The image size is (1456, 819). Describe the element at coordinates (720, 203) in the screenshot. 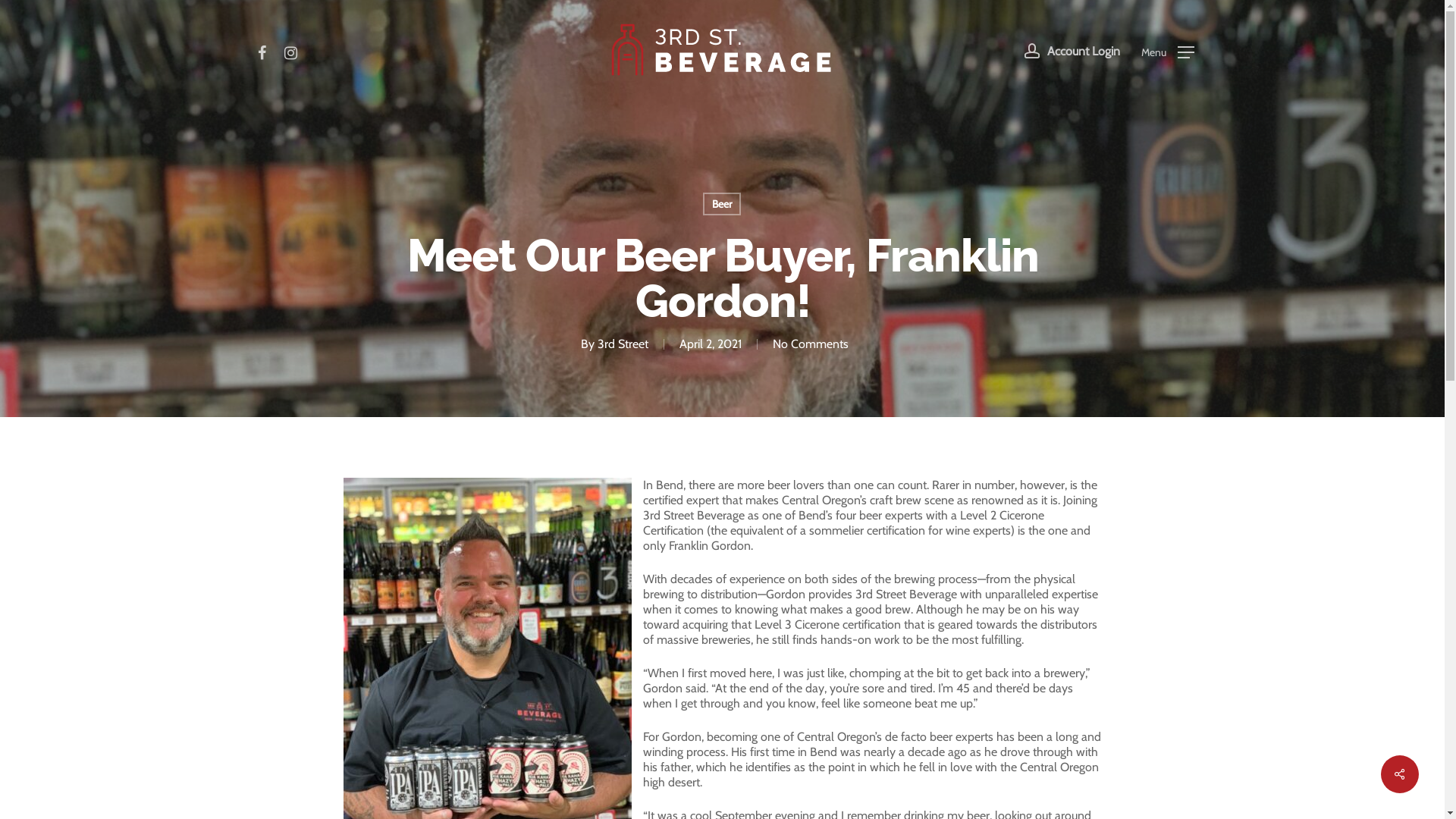

I see `'Beer'` at that location.